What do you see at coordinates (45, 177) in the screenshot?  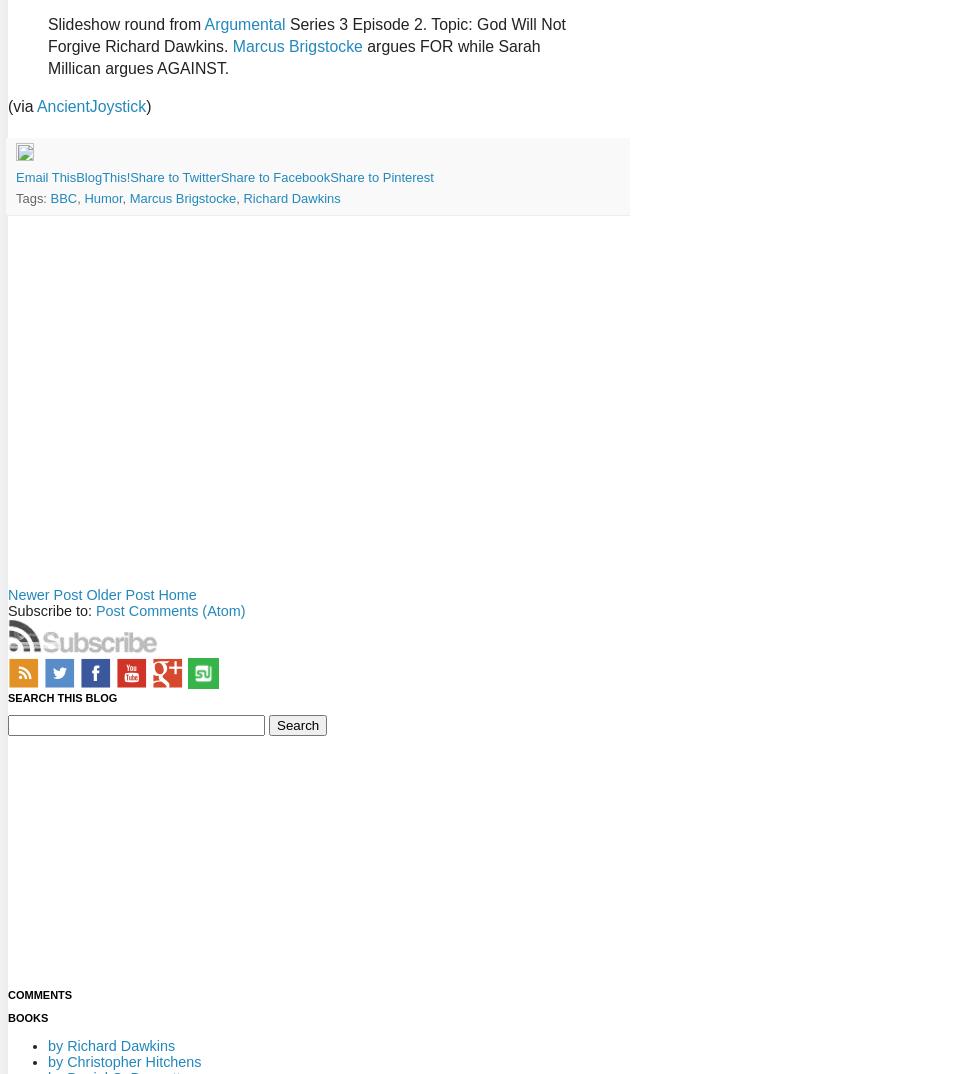 I see `'Email This'` at bounding box center [45, 177].